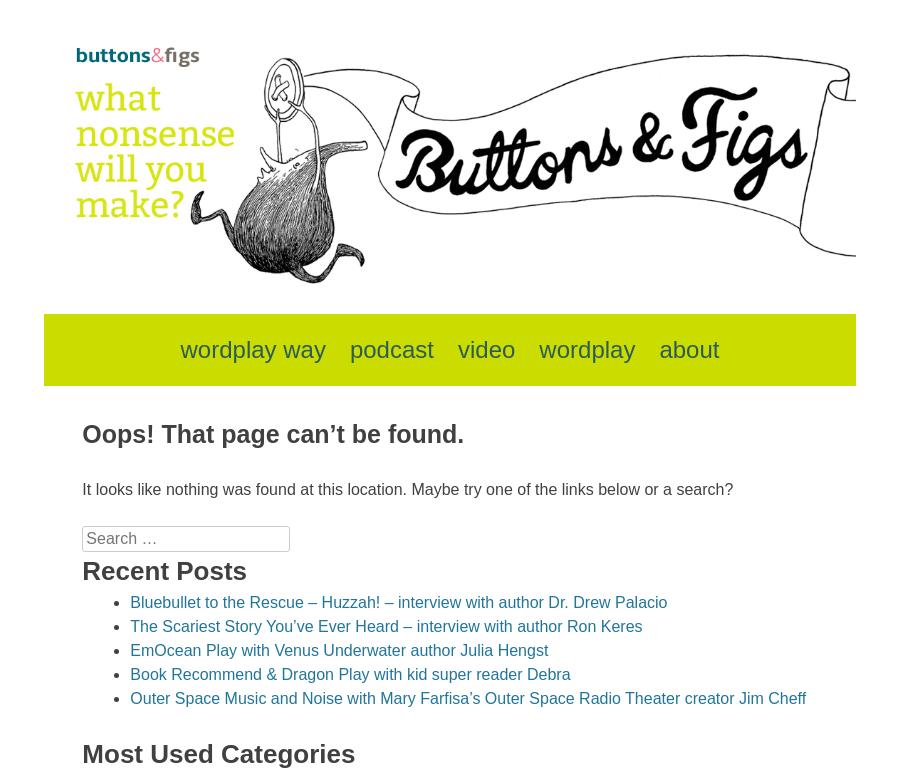 This screenshot has height=777, width=900. I want to click on 'EmOcean Play with Venus Underwater author Julia Hengst', so click(339, 648).